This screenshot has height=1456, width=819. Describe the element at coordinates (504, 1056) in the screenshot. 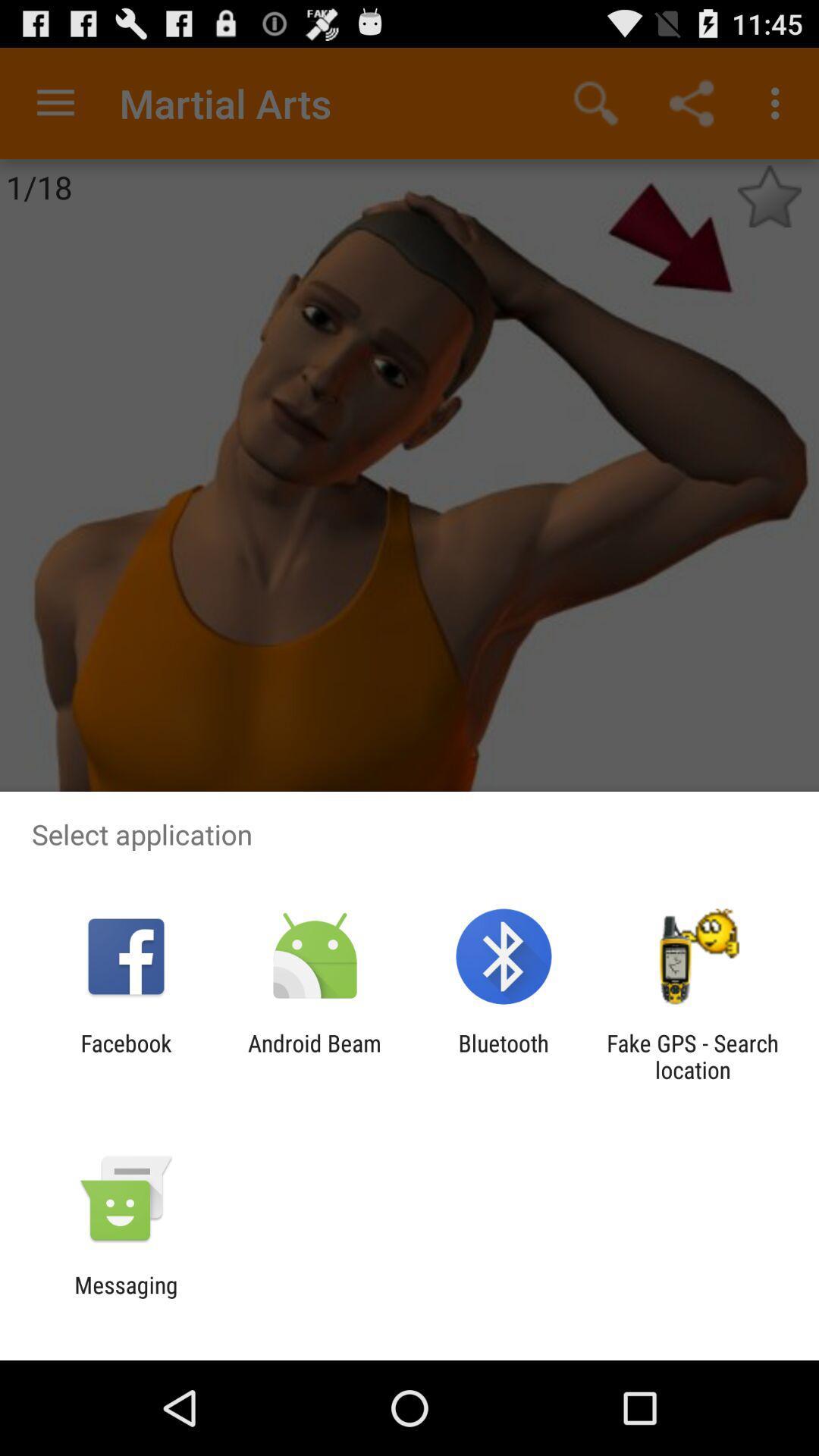

I see `item next to the android beam item` at that location.